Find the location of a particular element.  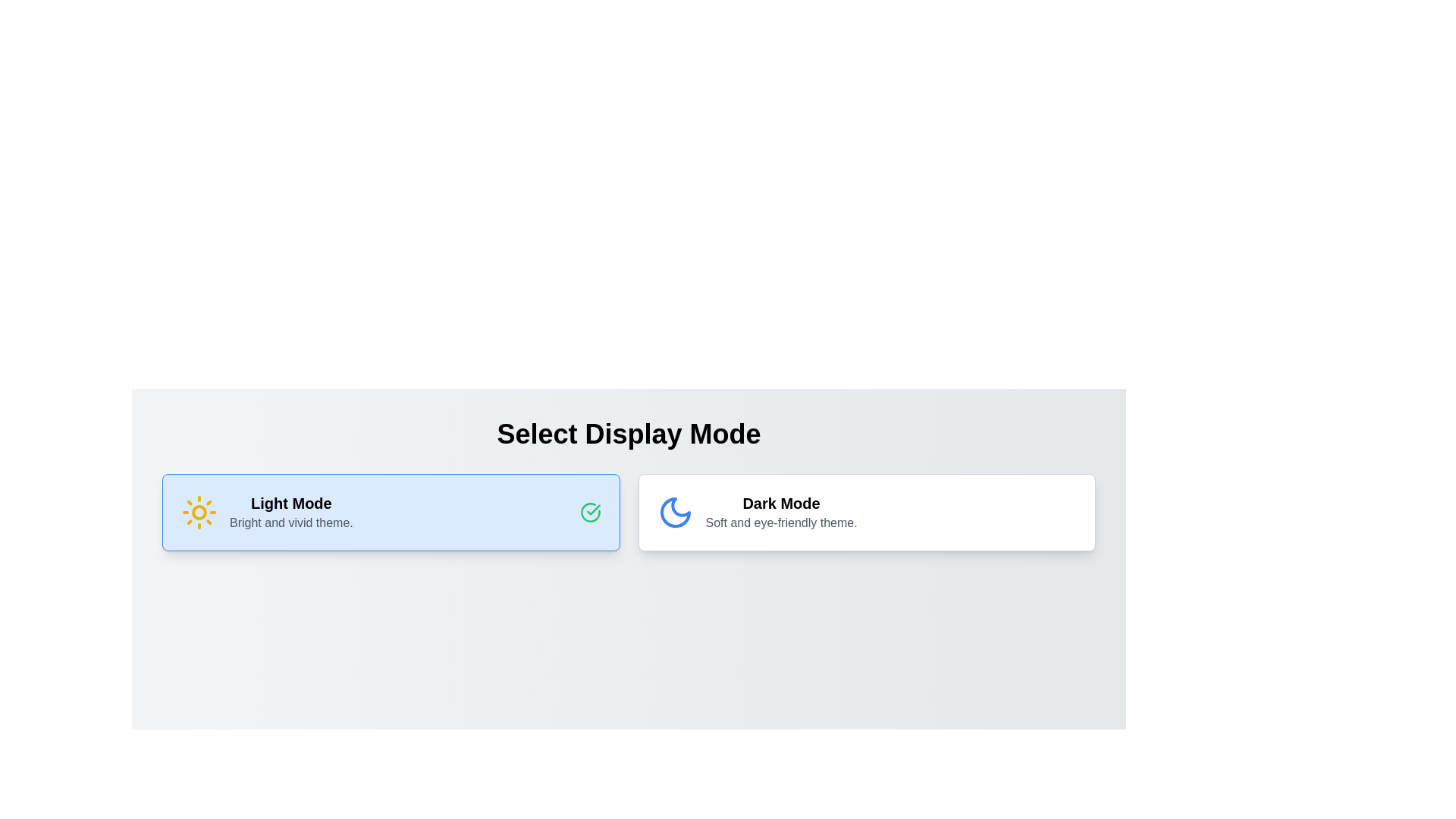

the sun icon representing 'Light Mode' located in the leftmost selection card of the 'Select Display Mode' section is located at coordinates (199, 512).